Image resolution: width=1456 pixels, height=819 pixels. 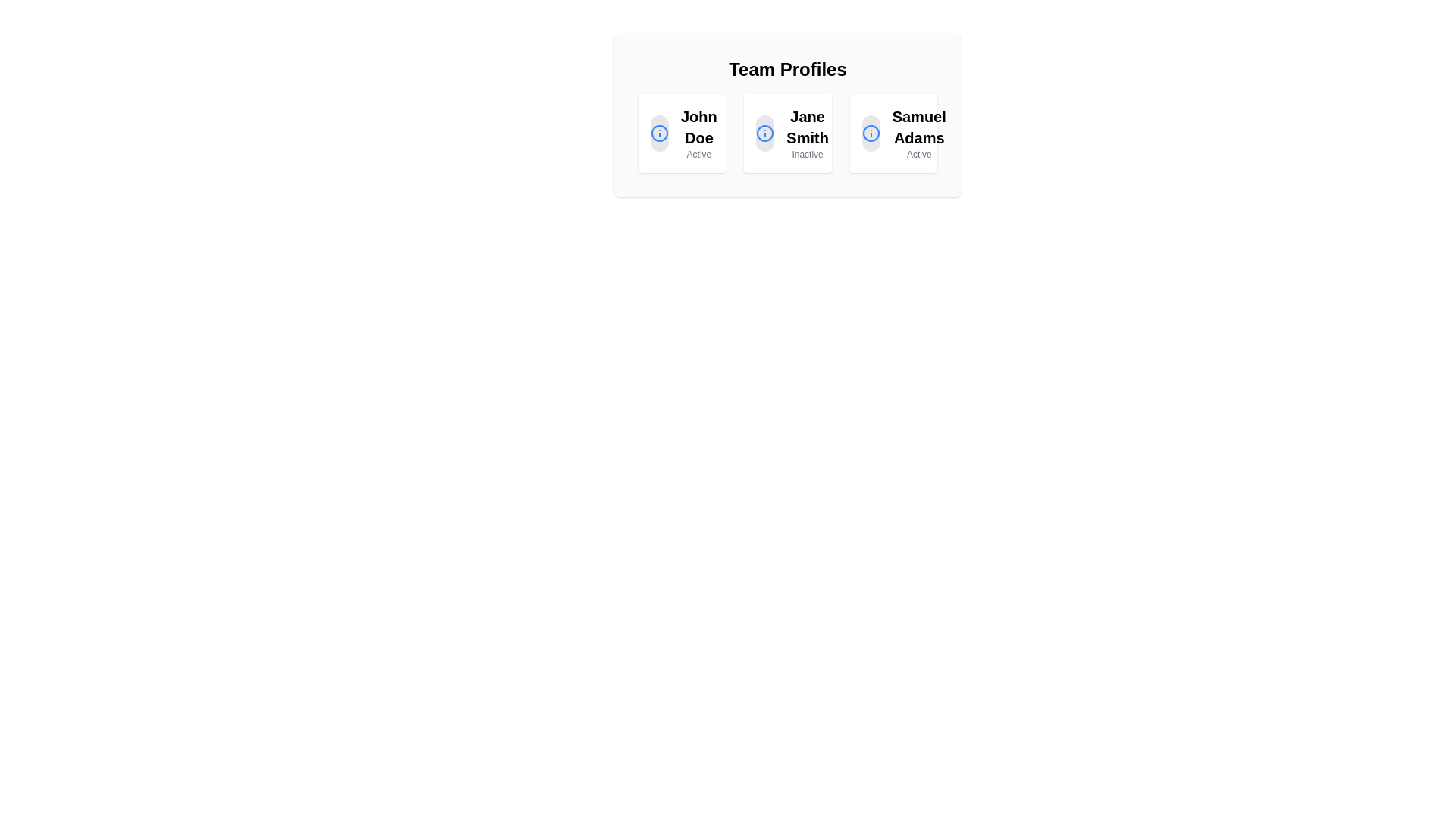 I want to click on the profile card displaying 'John Doe' and status 'Active', located at the top-left of the grid layout, so click(x=681, y=133).